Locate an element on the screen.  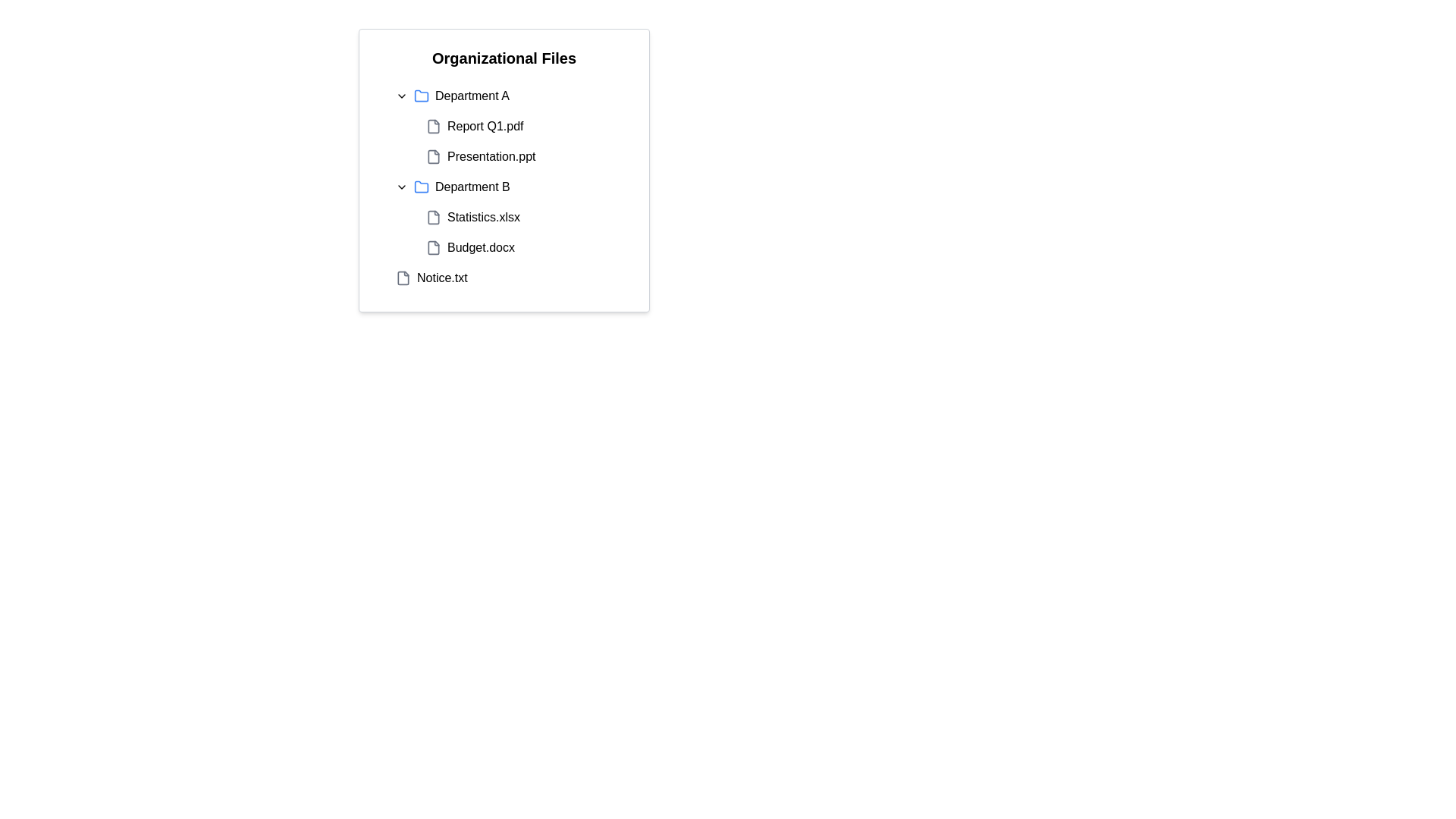
the list item labeled 'Report Q1.pdf' located under the 'Department A' section is located at coordinates (519, 125).